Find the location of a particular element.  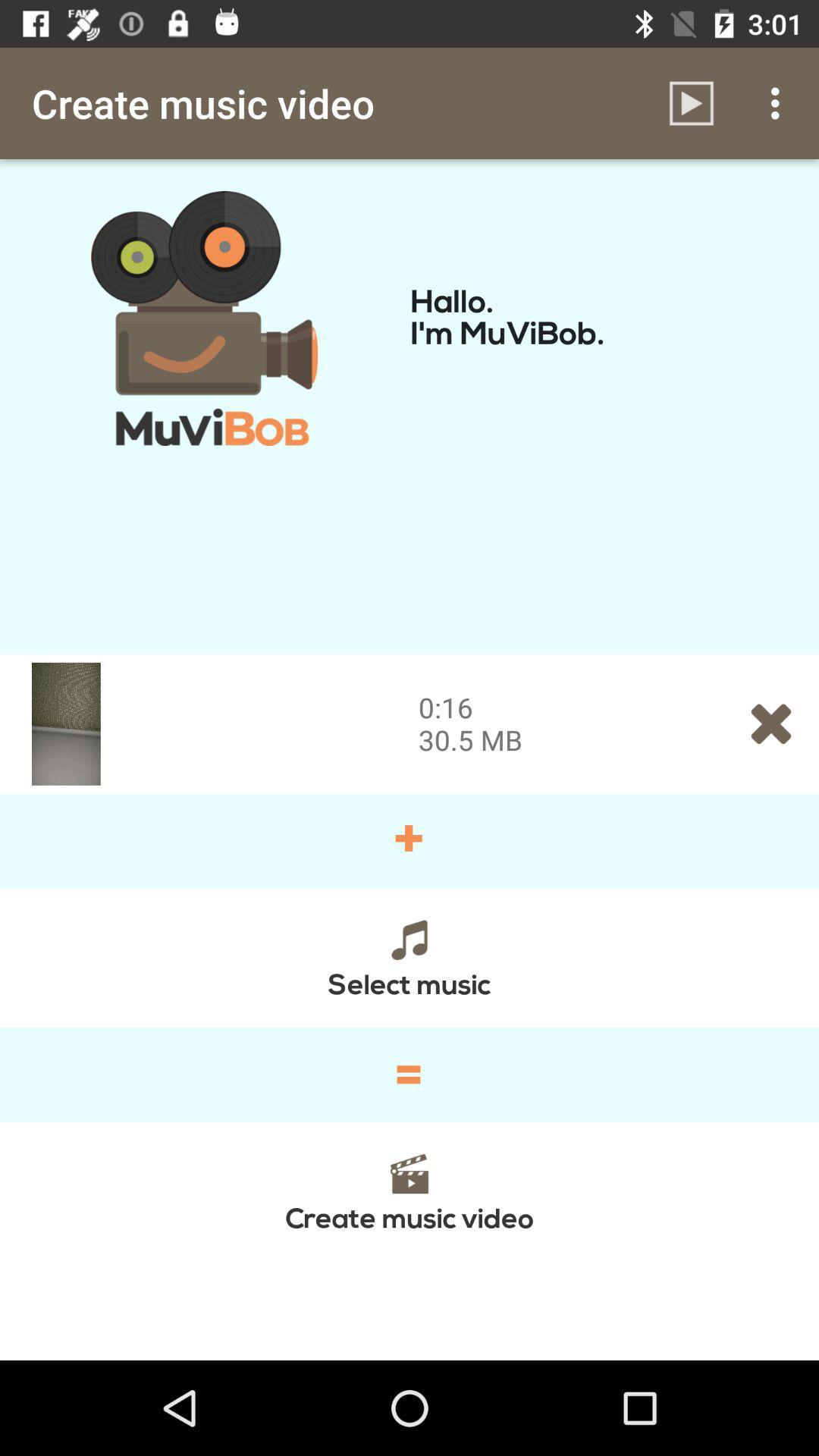

item next to create music video app is located at coordinates (691, 102).